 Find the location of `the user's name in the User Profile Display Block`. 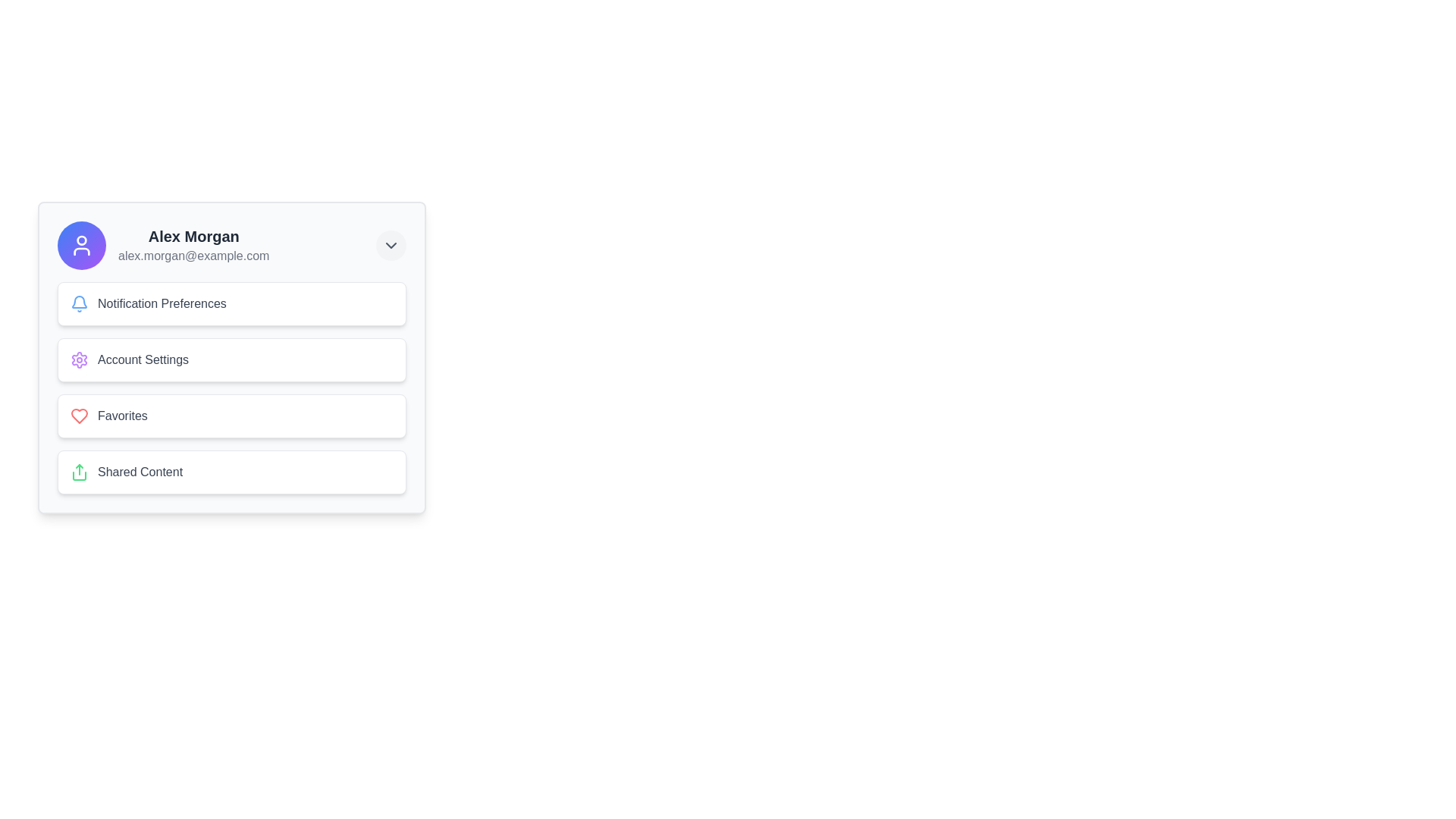

the user's name in the User Profile Display Block is located at coordinates (163, 245).